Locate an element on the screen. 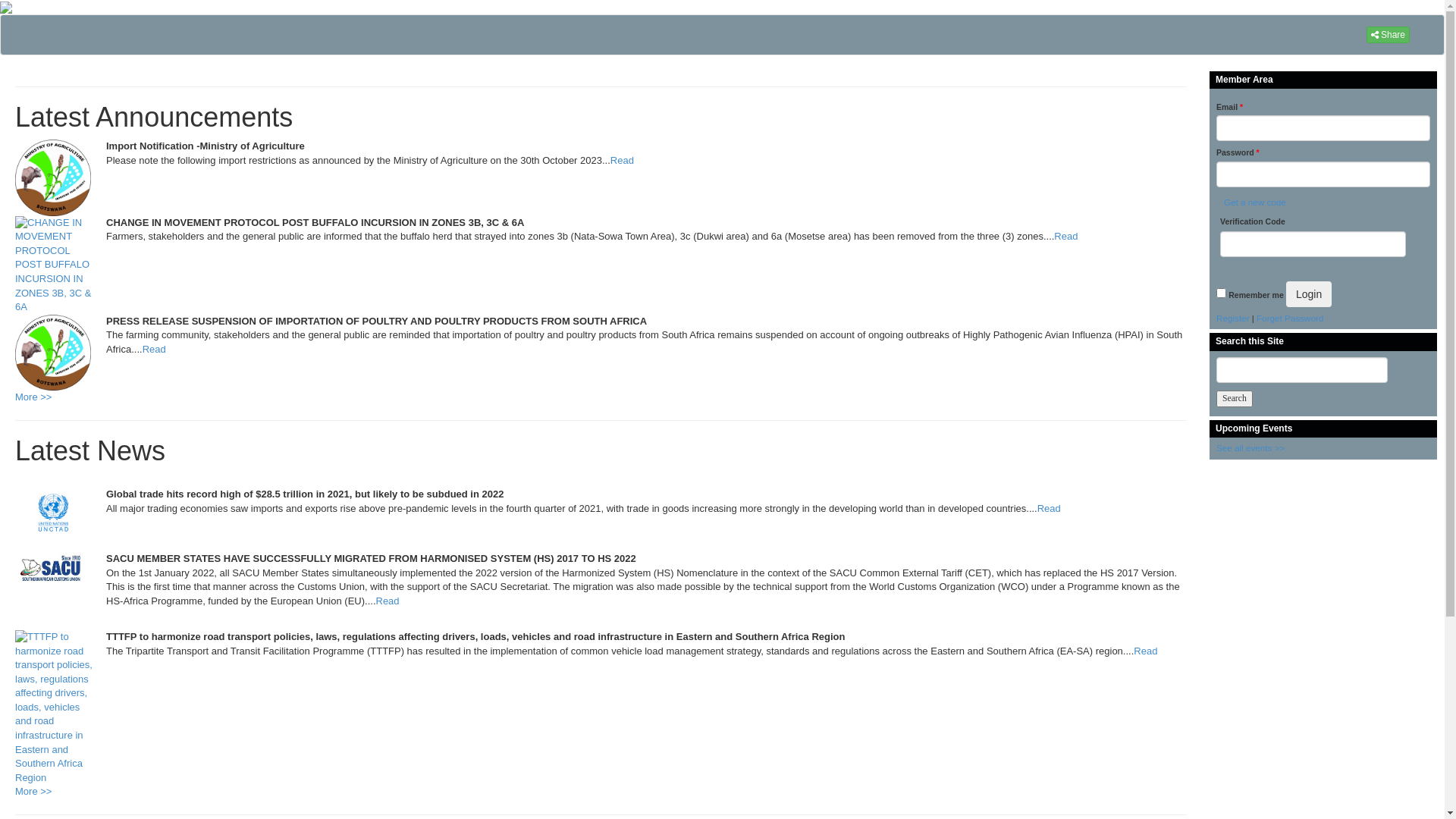 The height and width of the screenshot is (819, 1456). 'See all events >>' is located at coordinates (1216, 447).